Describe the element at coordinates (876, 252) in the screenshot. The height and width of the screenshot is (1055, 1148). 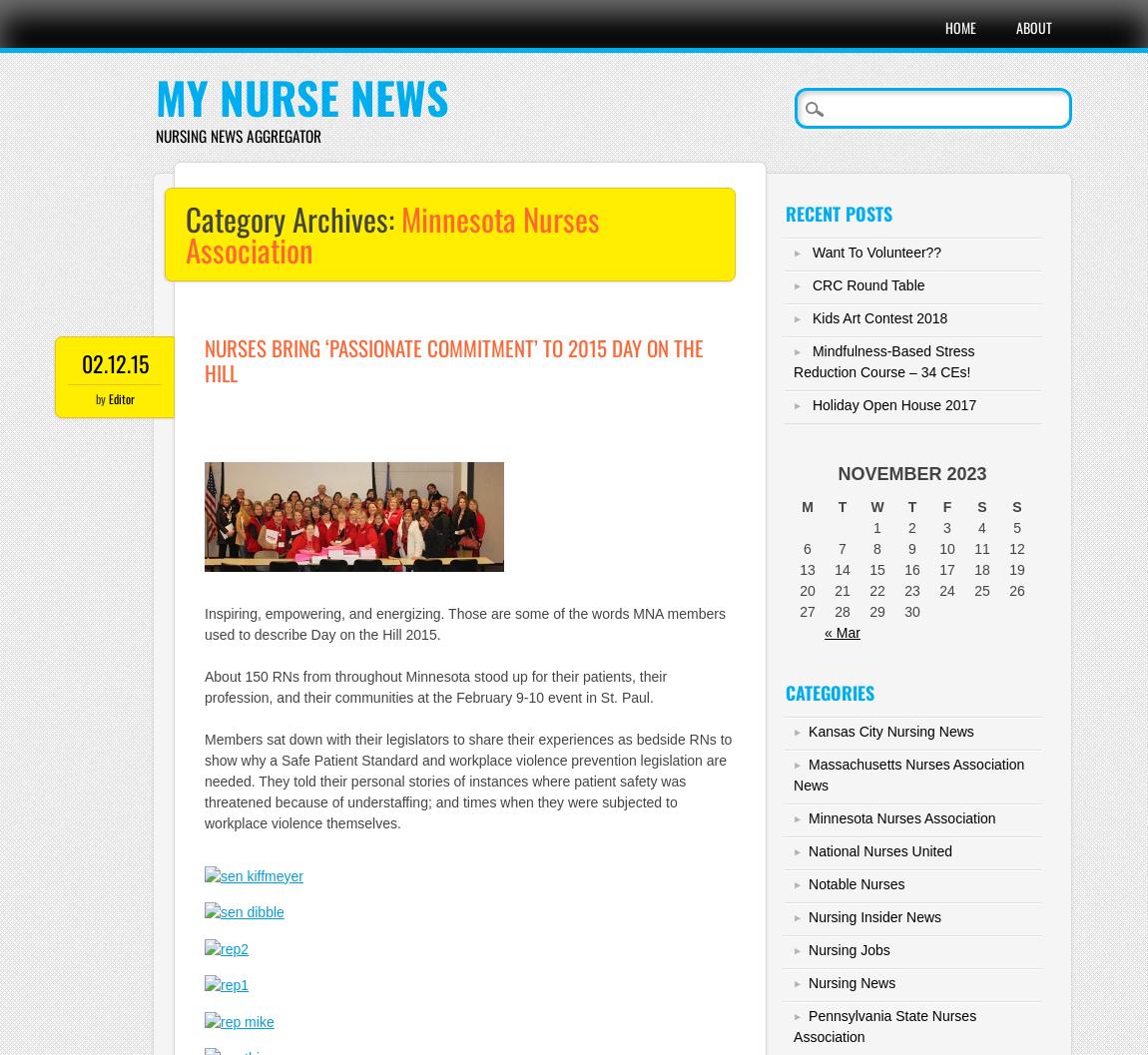
I see `'Want To Volunteer??'` at that location.